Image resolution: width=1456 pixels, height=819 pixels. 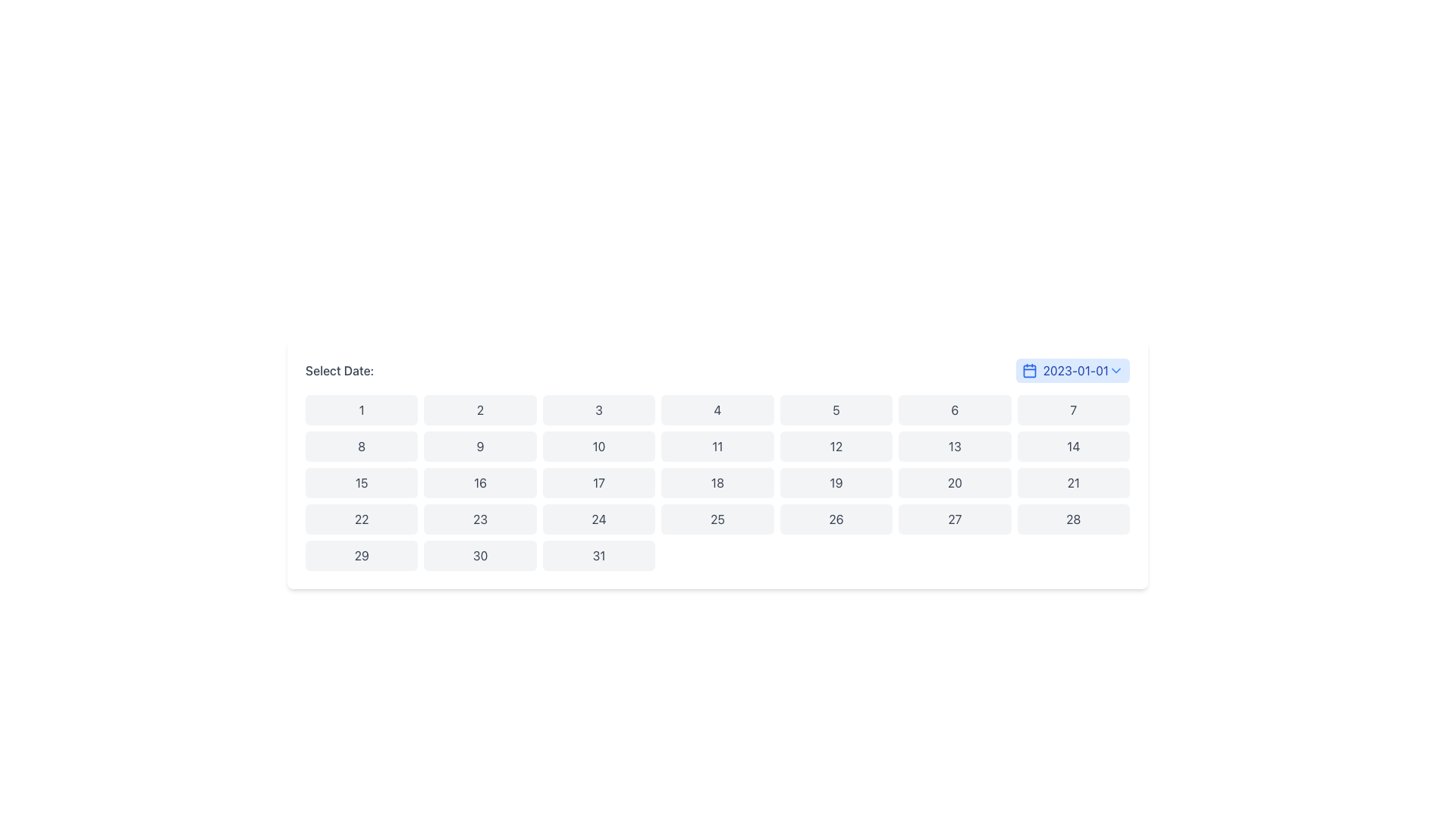 I want to click on the button labeled '12' in the calendar grid, located in the second row and sixth column, adjacent to buttons '11' and '13', so click(x=835, y=446).